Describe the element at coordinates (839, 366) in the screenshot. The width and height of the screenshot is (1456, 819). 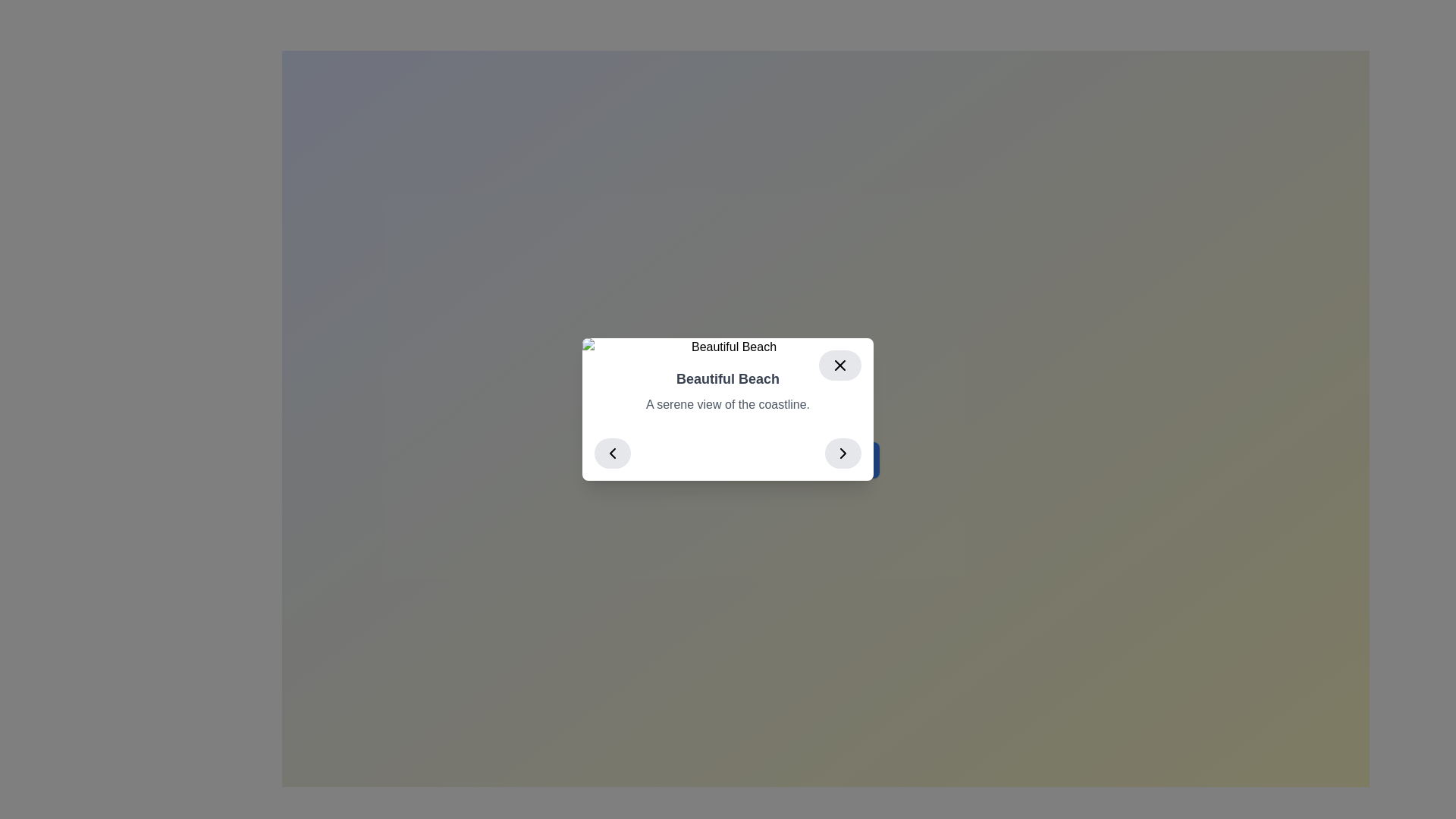
I see `the close button located at the top-right corner of the modal displaying 'Beautiful Beach'` at that location.